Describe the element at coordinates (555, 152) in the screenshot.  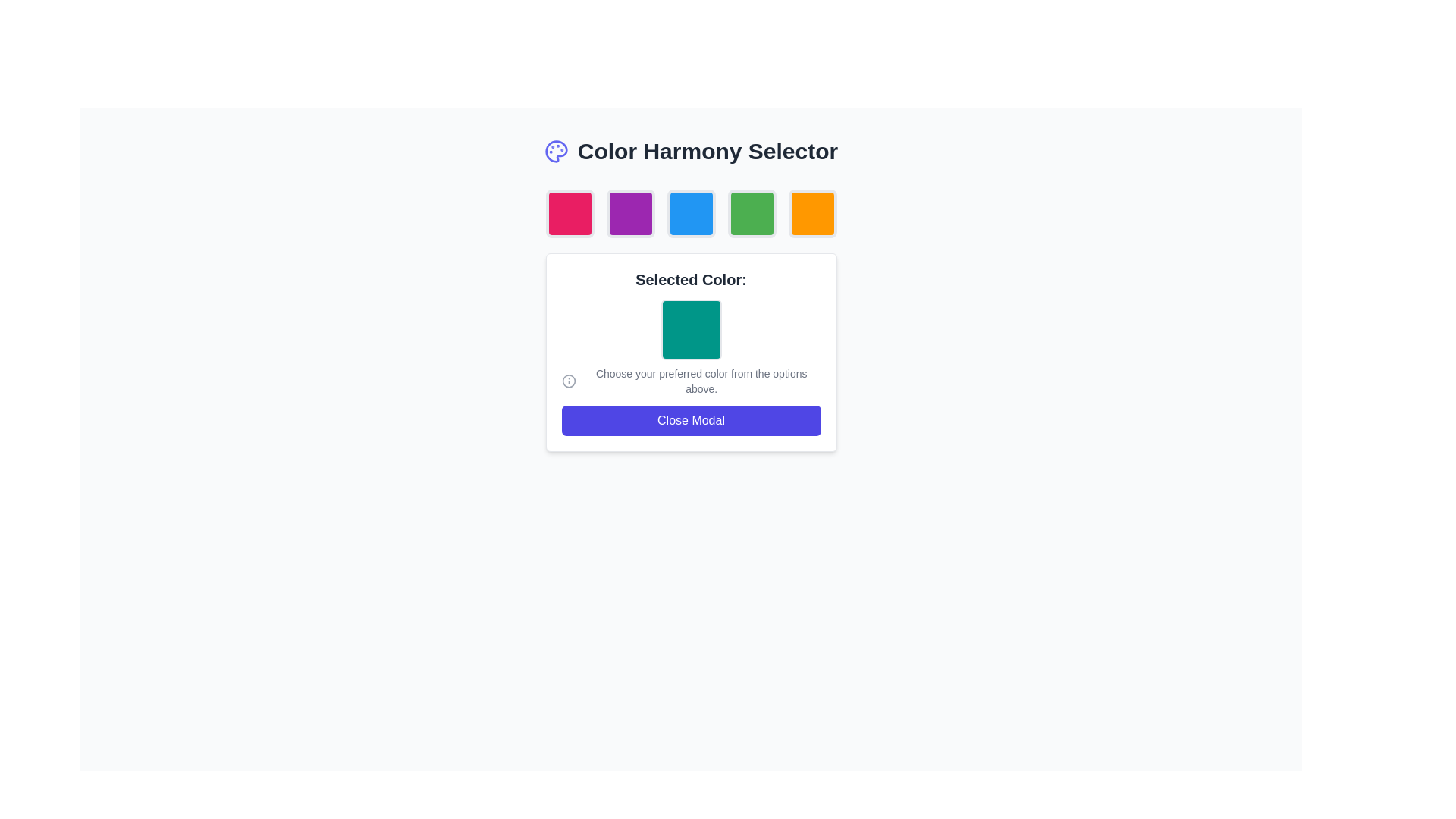
I see `the main body of the palette icon, which is part of the 'Color Harmony Selector' section, located in the top-left corner of the application` at that location.